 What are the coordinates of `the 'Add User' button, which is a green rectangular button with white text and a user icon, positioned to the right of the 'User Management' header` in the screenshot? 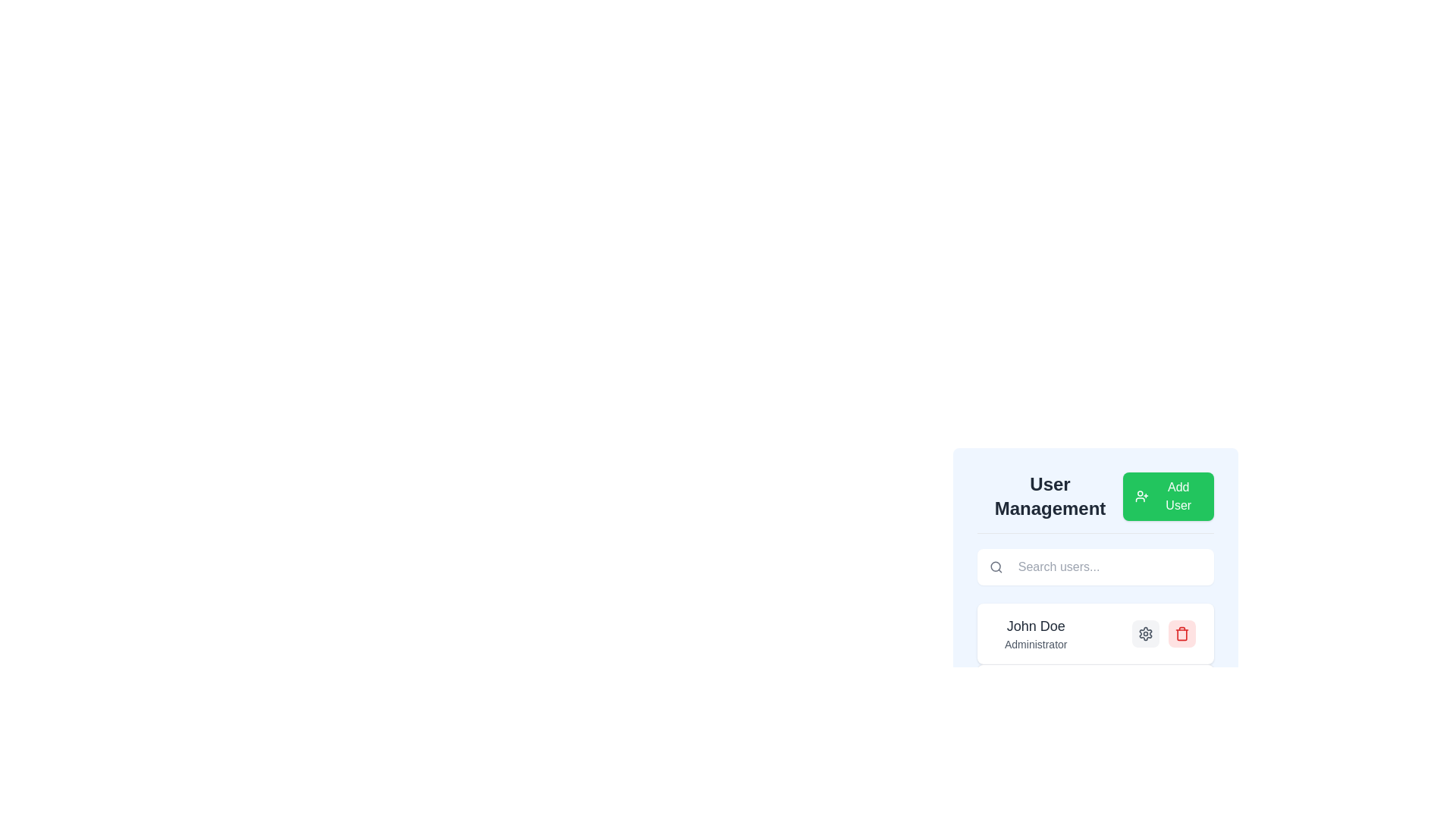 It's located at (1167, 497).